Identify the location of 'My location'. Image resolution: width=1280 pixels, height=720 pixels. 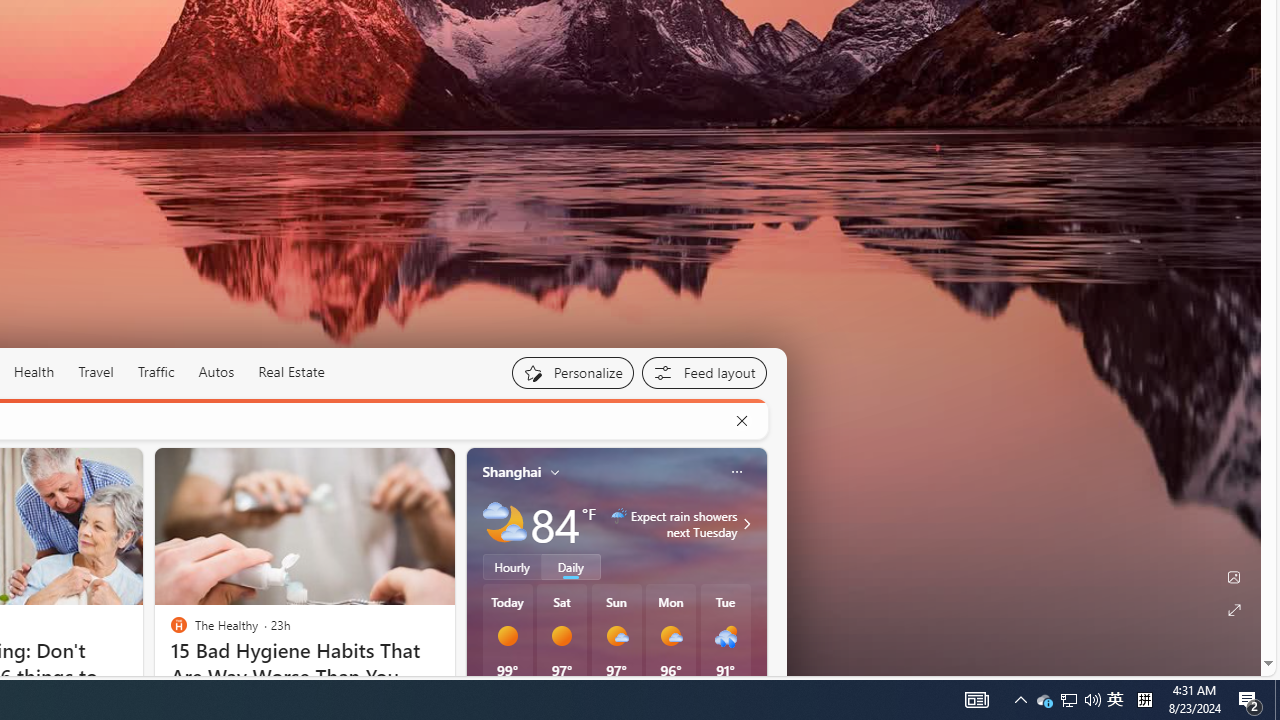
(555, 471).